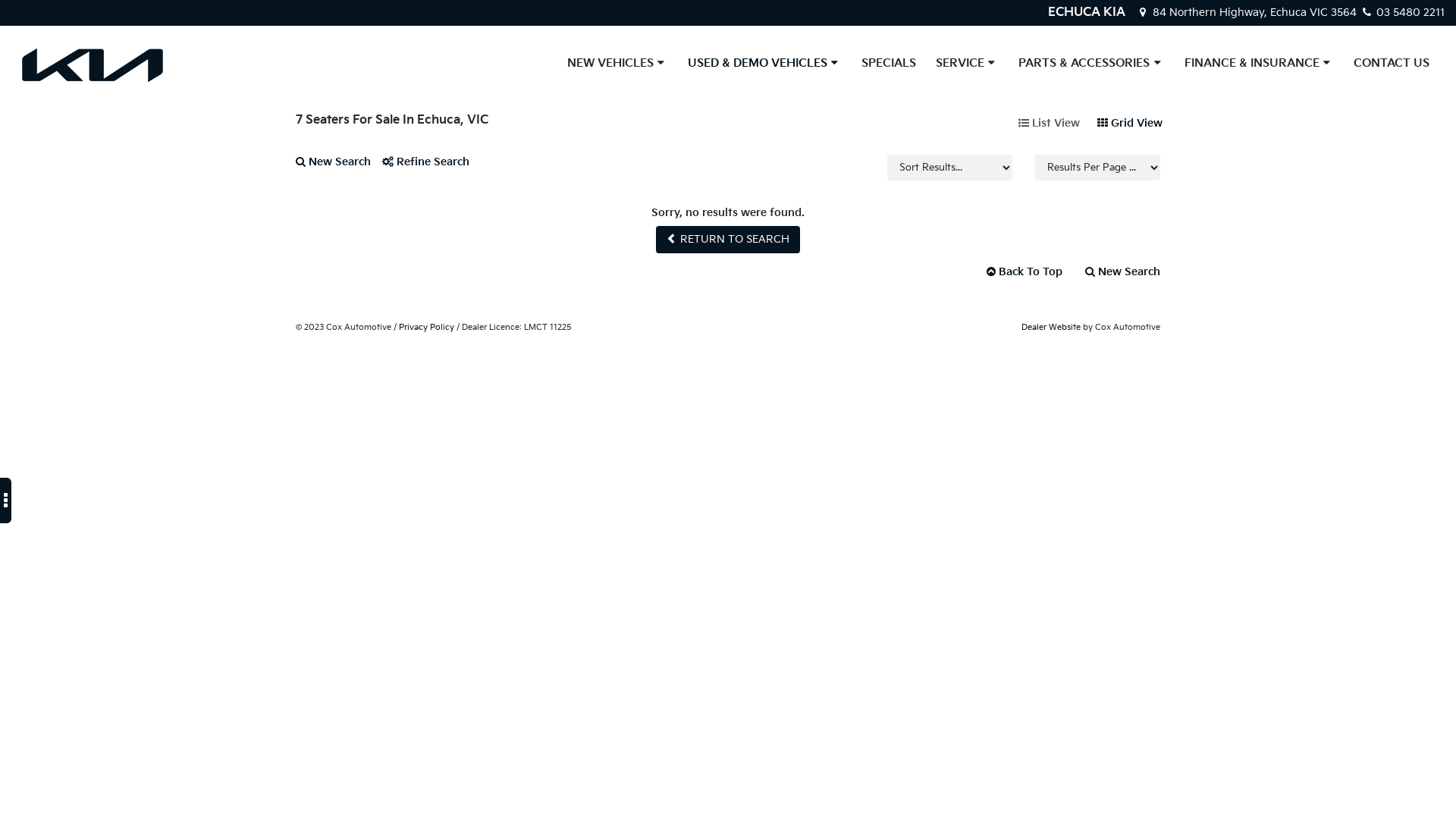 This screenshot has height=819, width=1456. What do you see at coordinates (1259, 63) in the screenshot?
I see `'FINANCE & INSURANCE'` at bounding box center [1259, 63].